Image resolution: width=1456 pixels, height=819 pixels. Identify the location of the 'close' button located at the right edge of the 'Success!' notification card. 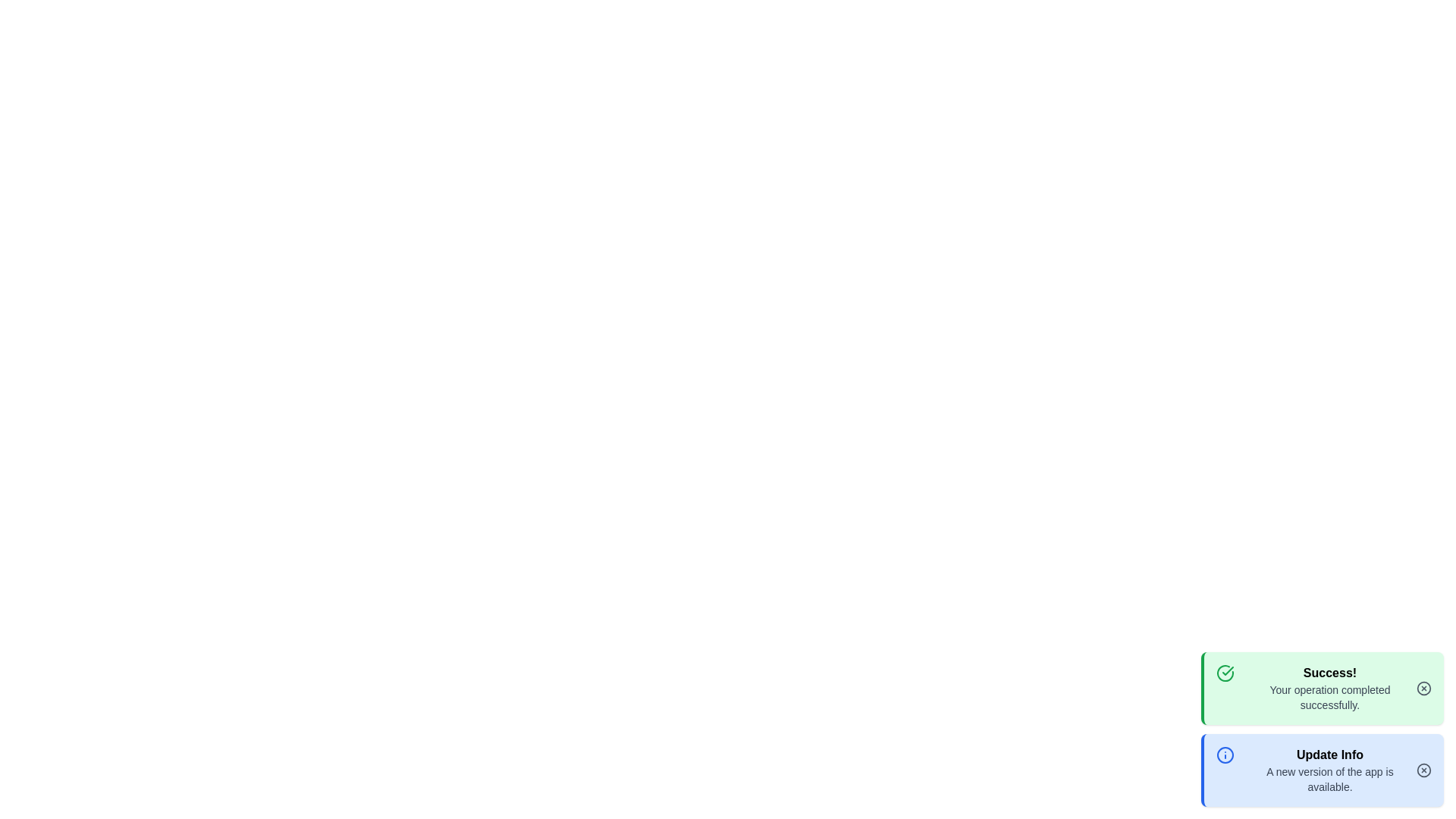
(1423, 688).